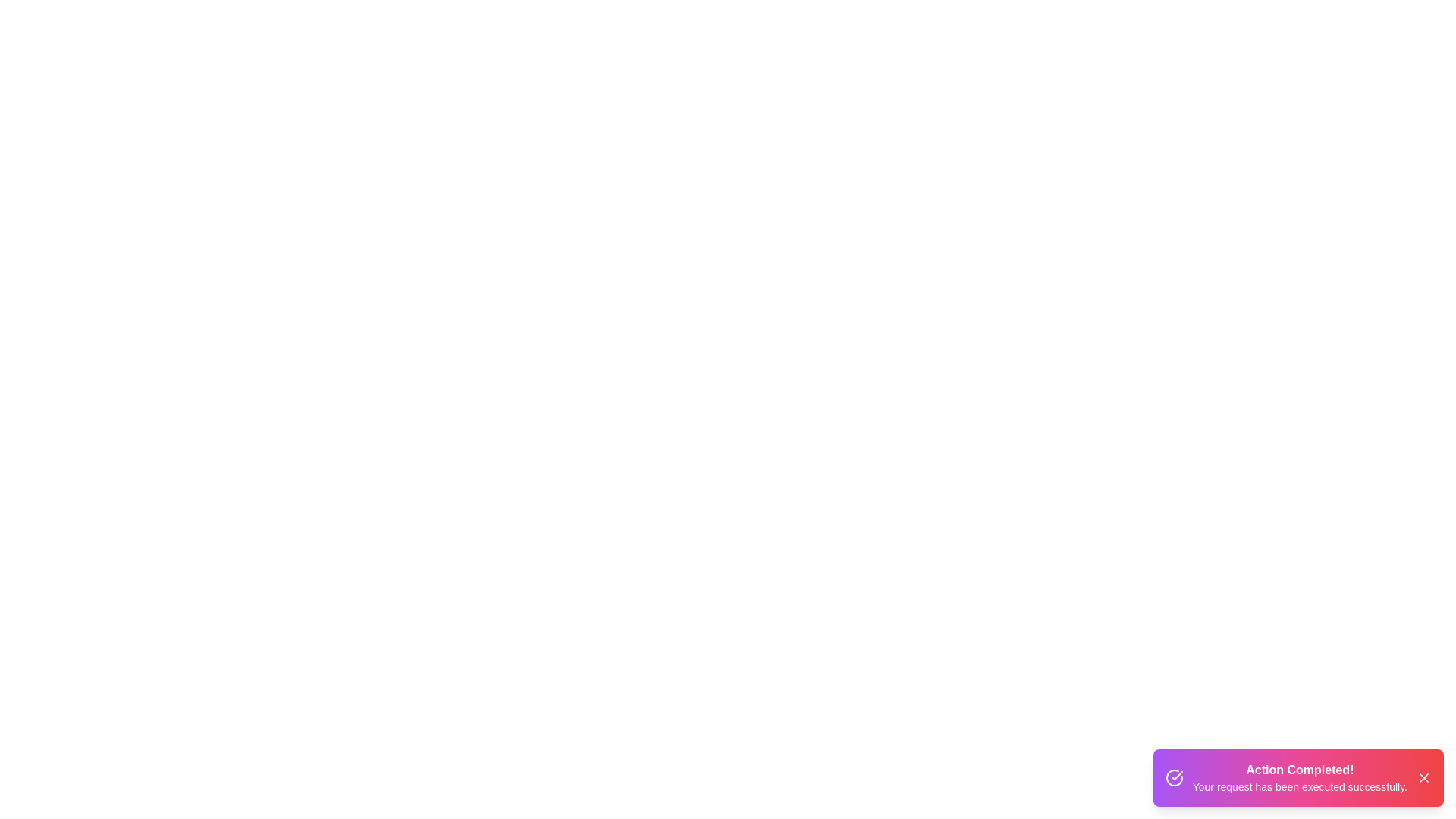  Describe the element at coordinates (1299, 770) in the screenshot. I see `the bold text label reading 'Action Completed!' with a gradient background for visual confirmation` at that location.